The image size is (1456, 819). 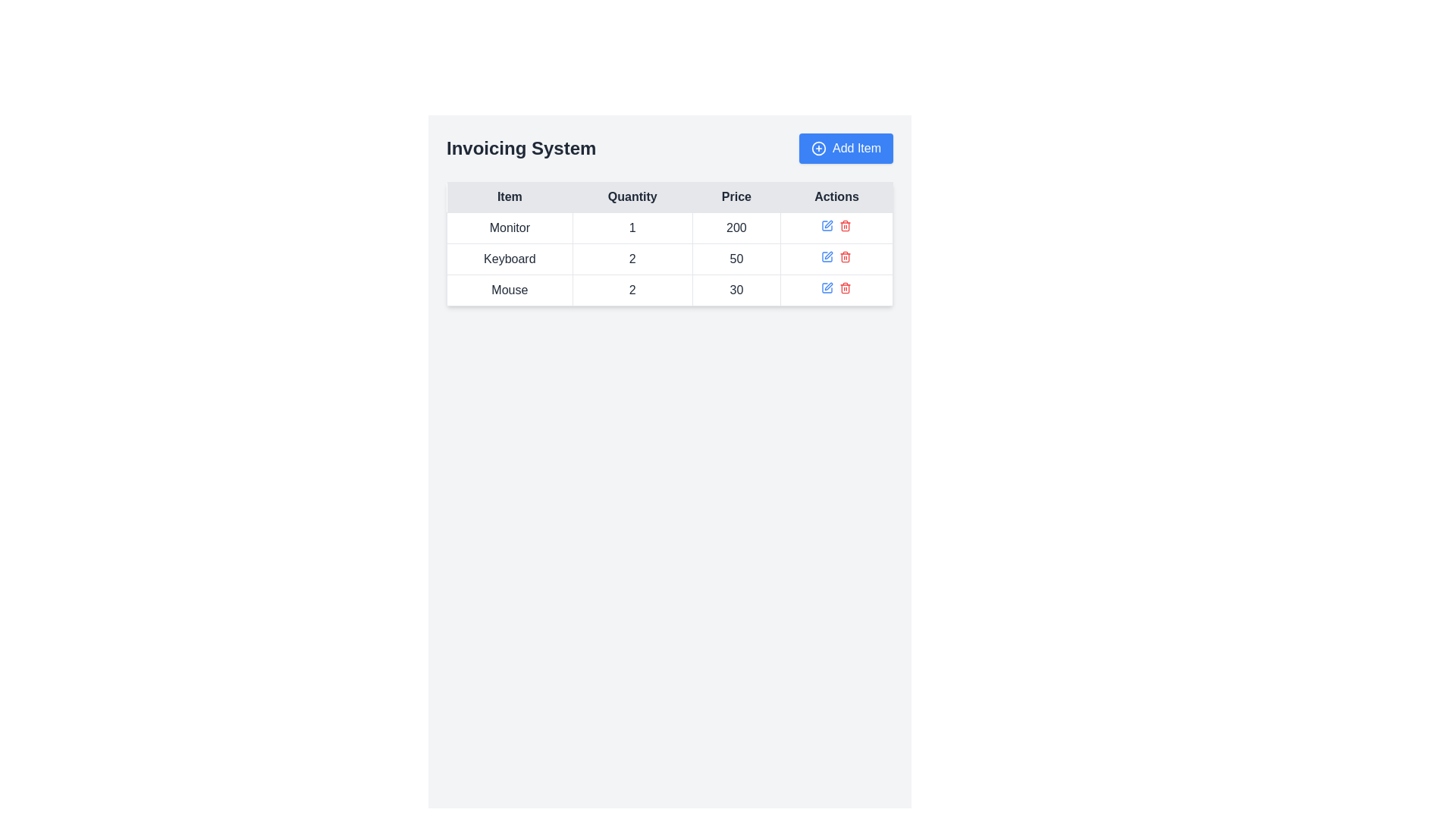 I want to click on the Edit icon, which resembles a square with a pen overlay, located in the 'Actions' column of the last row of the table for the 'Mouse' item, so click(x=827, y=288).